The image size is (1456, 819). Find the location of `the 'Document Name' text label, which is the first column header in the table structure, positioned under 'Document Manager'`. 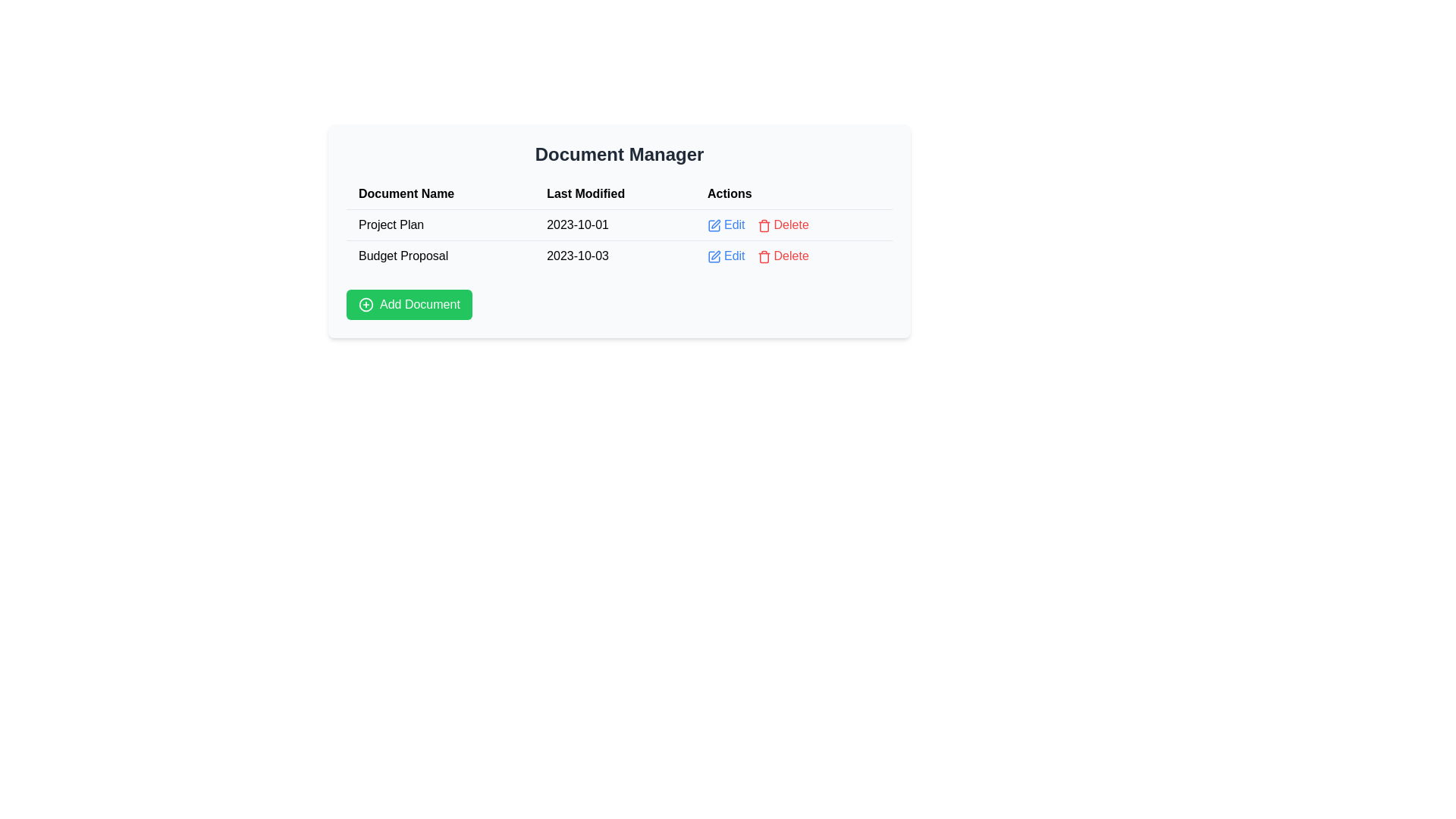

the 'Document Name' text label, which is the first column header in the table structure, positioned under 'Document Manager' is located at coordinates (439, 193).